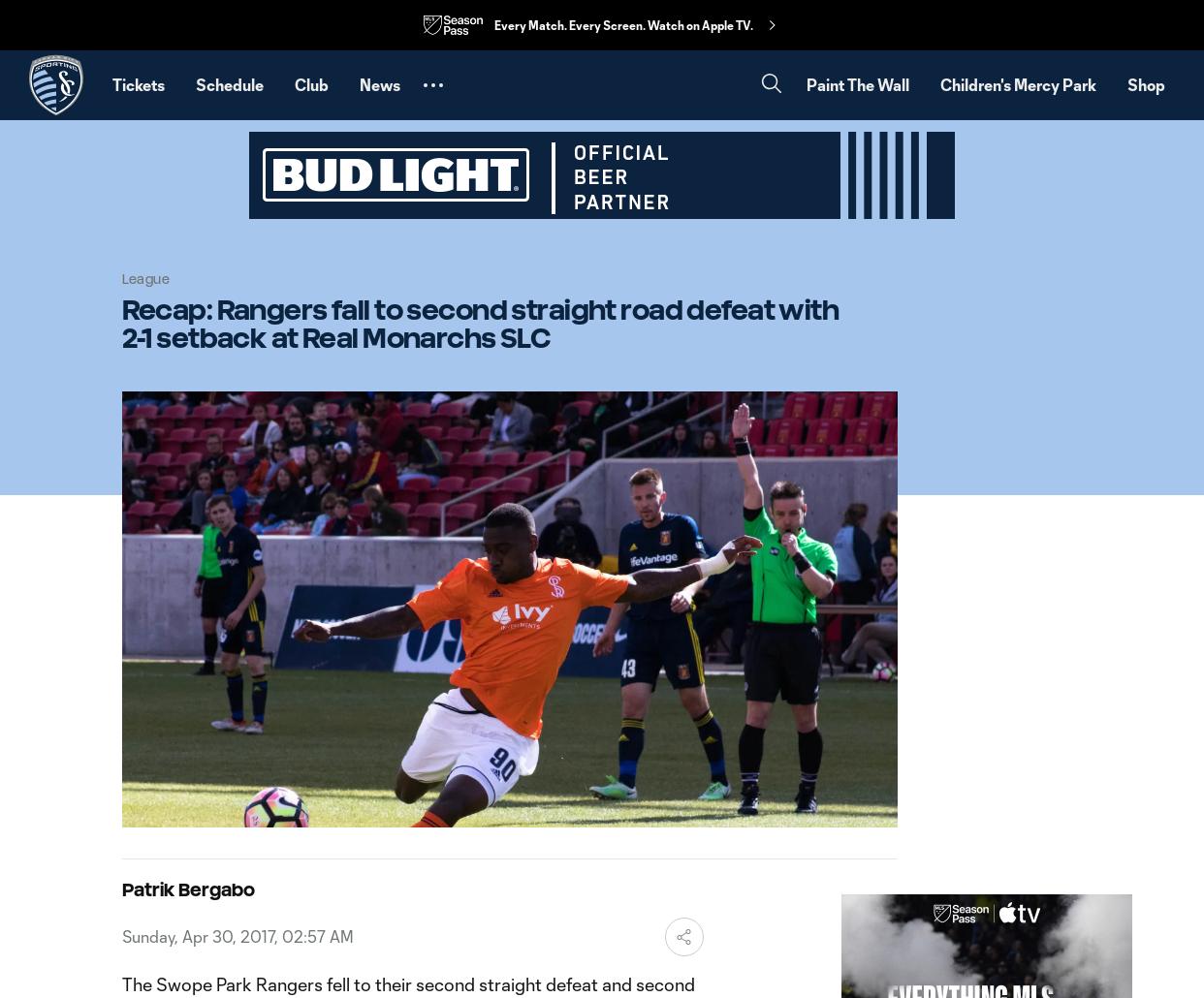 The image size is (1204, 998). I want to click on 'Recap: Rangers fall to second straight road defeat with 2-1 setback at Real Monarchs SLC', so click(480, 322).